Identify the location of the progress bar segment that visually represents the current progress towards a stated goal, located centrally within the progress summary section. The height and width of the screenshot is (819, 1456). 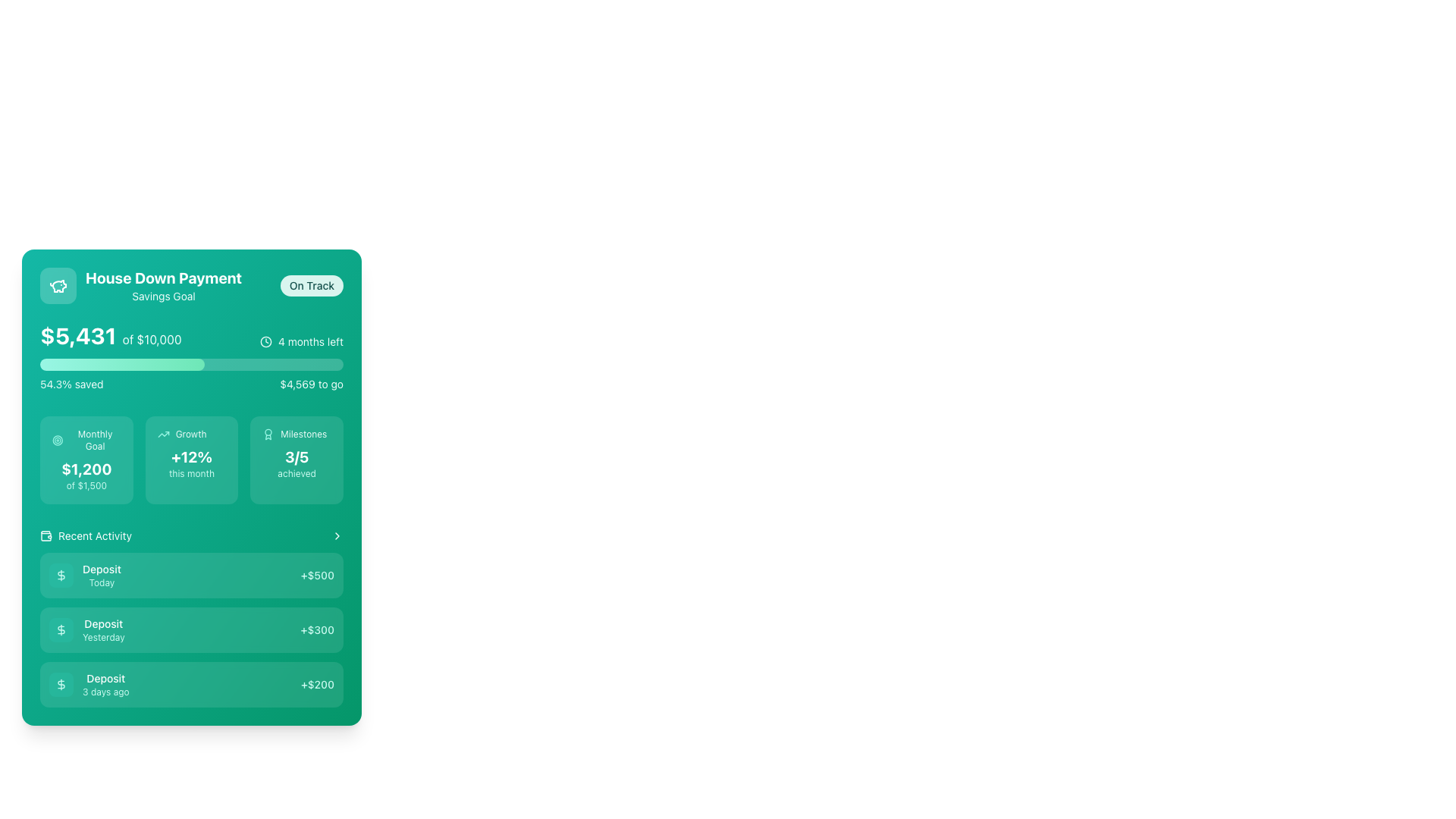
(122, 365).